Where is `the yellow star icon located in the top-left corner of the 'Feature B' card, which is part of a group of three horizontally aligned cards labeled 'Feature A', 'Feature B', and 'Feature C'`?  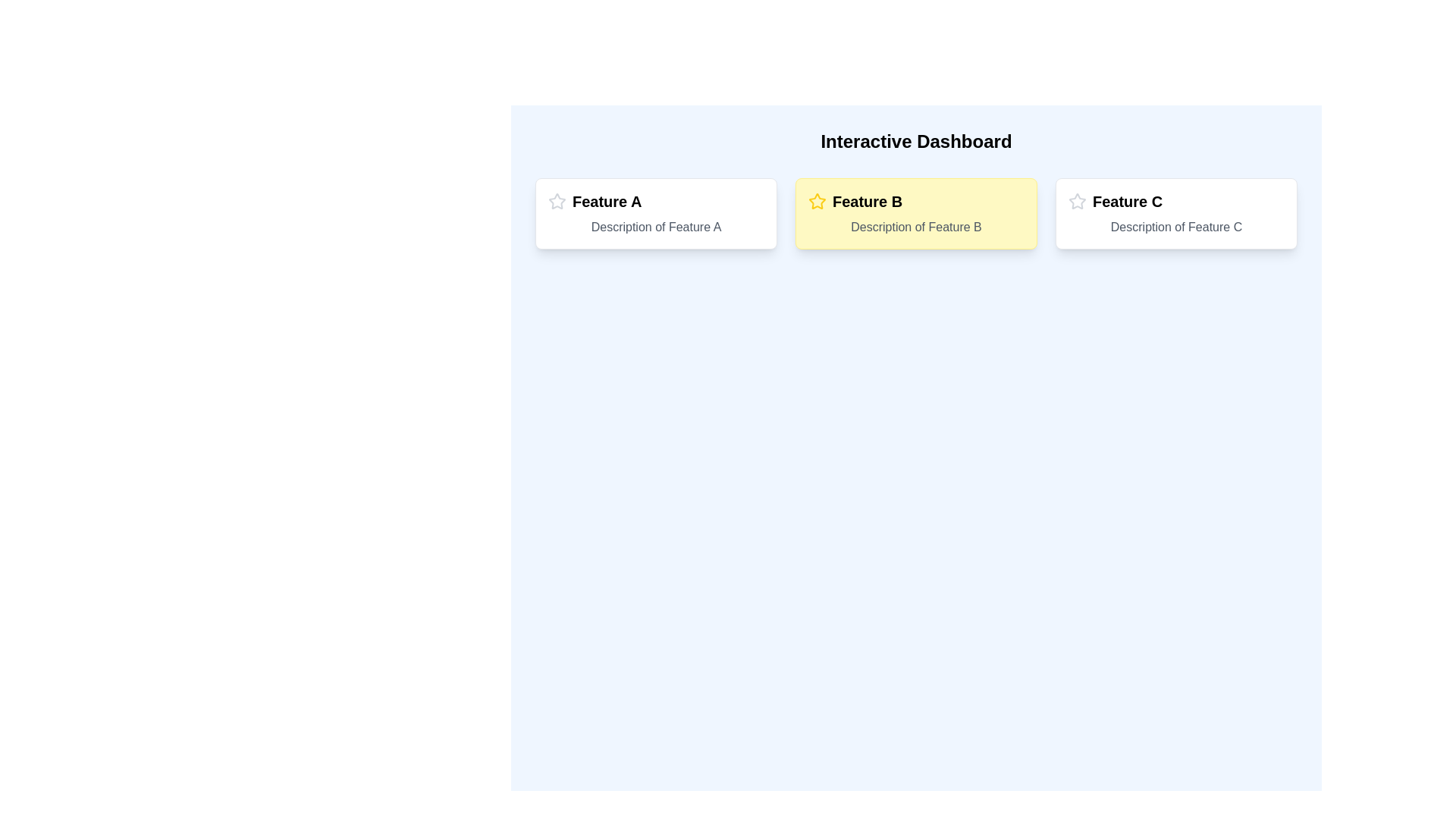 the yellow star icon located in the top-left corner of the 'Feature B' card, which is part of a group of three horizontally aligned cards labeled 'Feature A', 'Feature B', and 'Feature C' is located at coordinates (817, 200).